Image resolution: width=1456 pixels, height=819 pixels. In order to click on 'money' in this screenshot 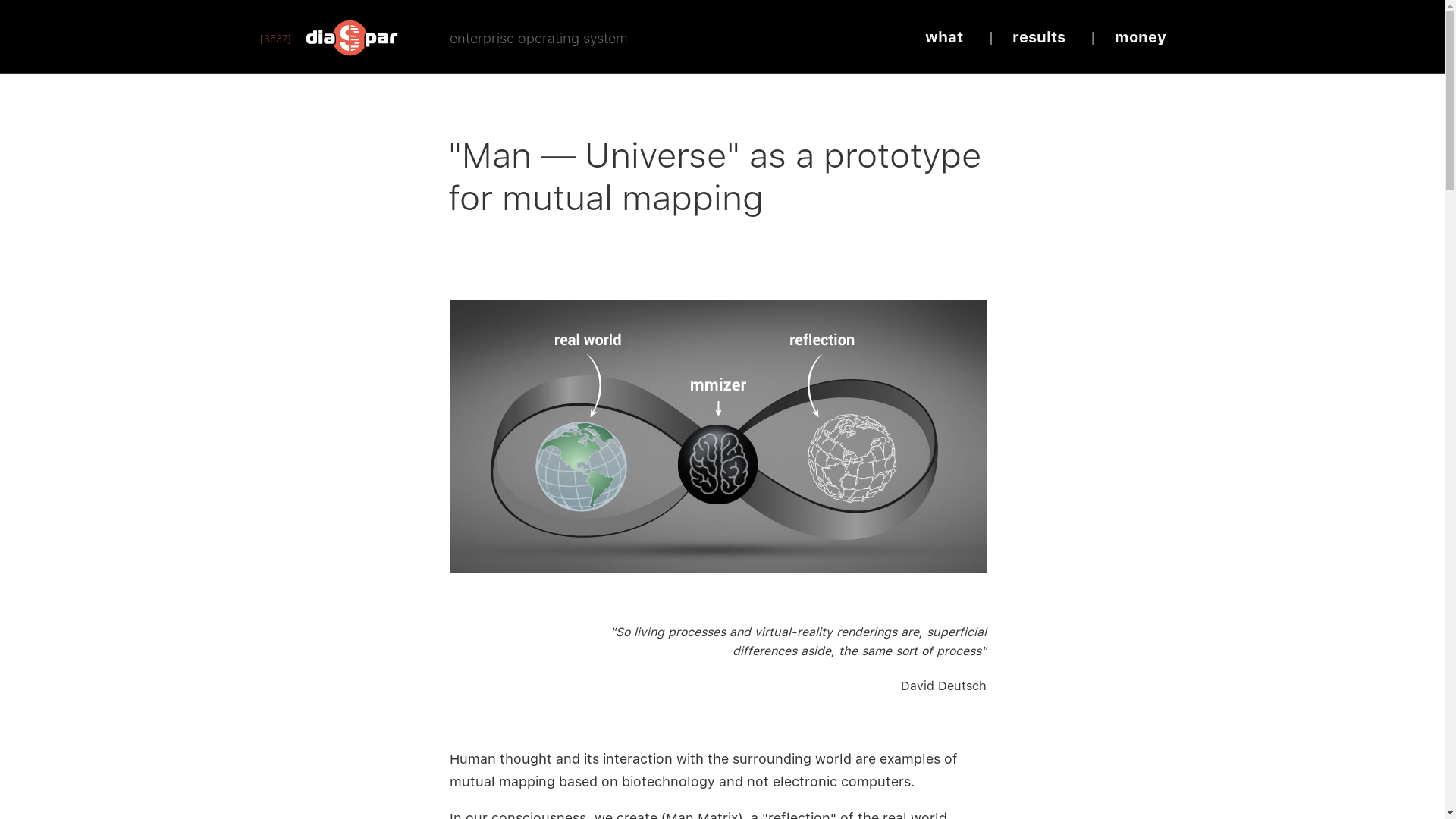, I will do `click(1140, 36)`.